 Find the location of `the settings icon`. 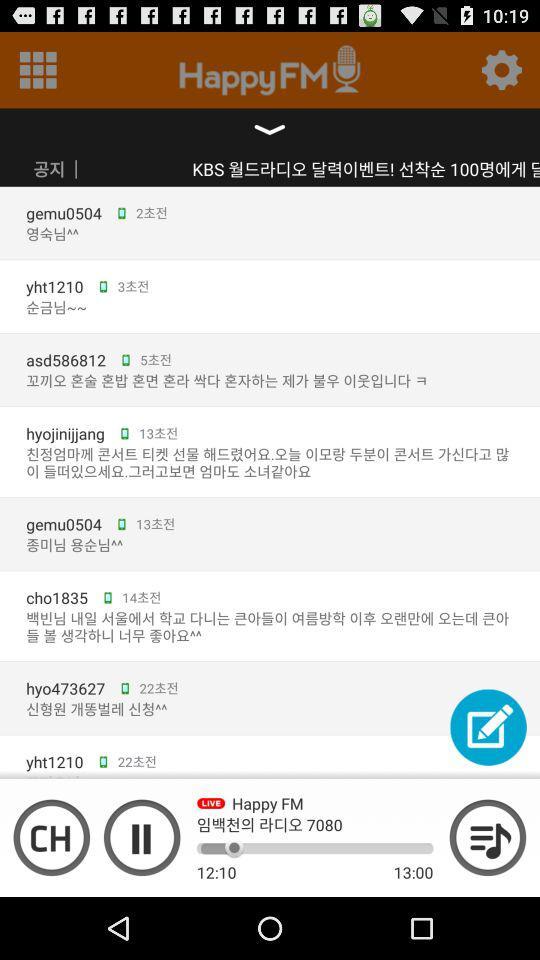

the settings icon is located at coordinates (500, 74).